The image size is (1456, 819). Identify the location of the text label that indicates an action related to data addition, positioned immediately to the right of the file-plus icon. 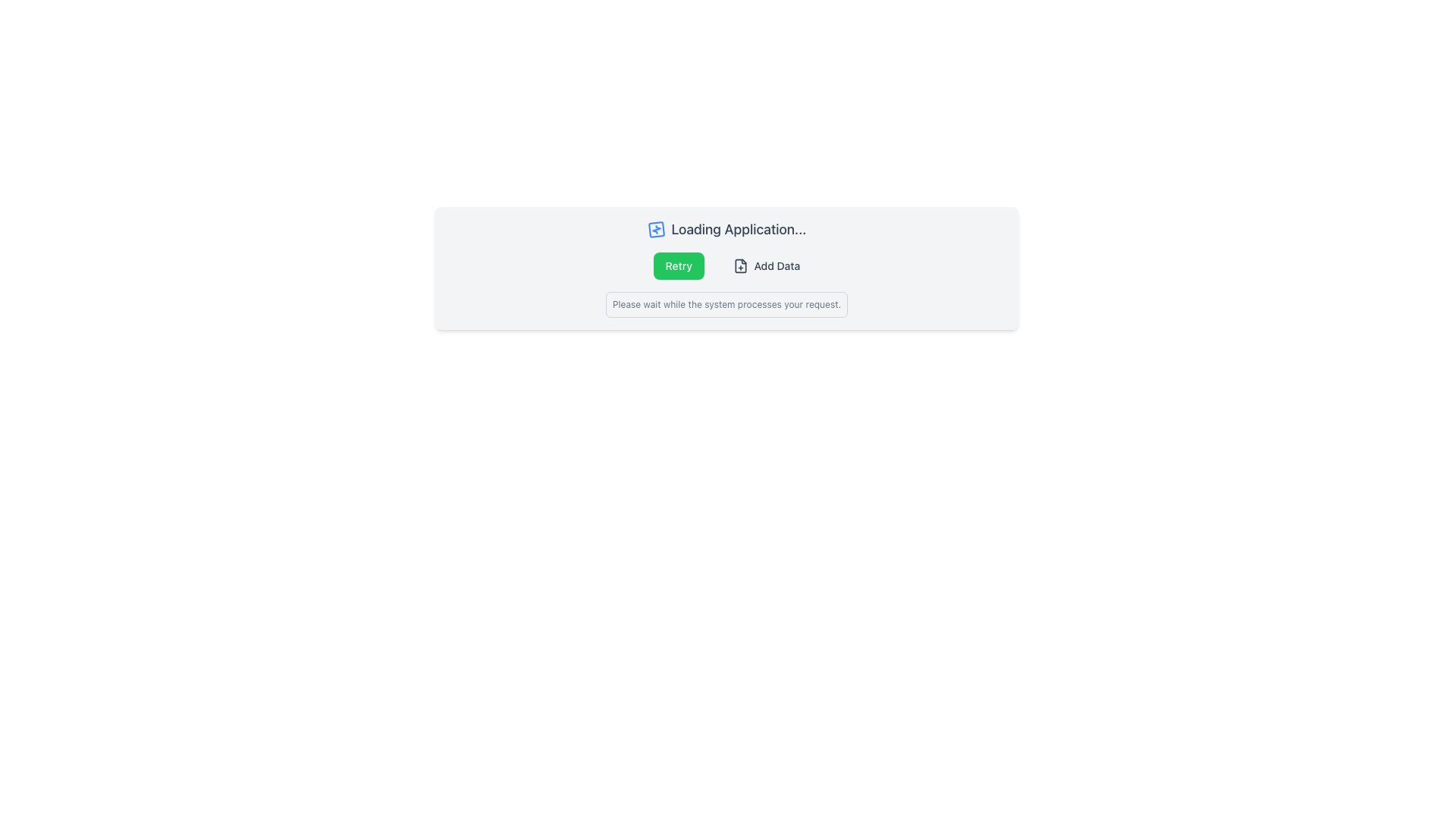
(777, 265).